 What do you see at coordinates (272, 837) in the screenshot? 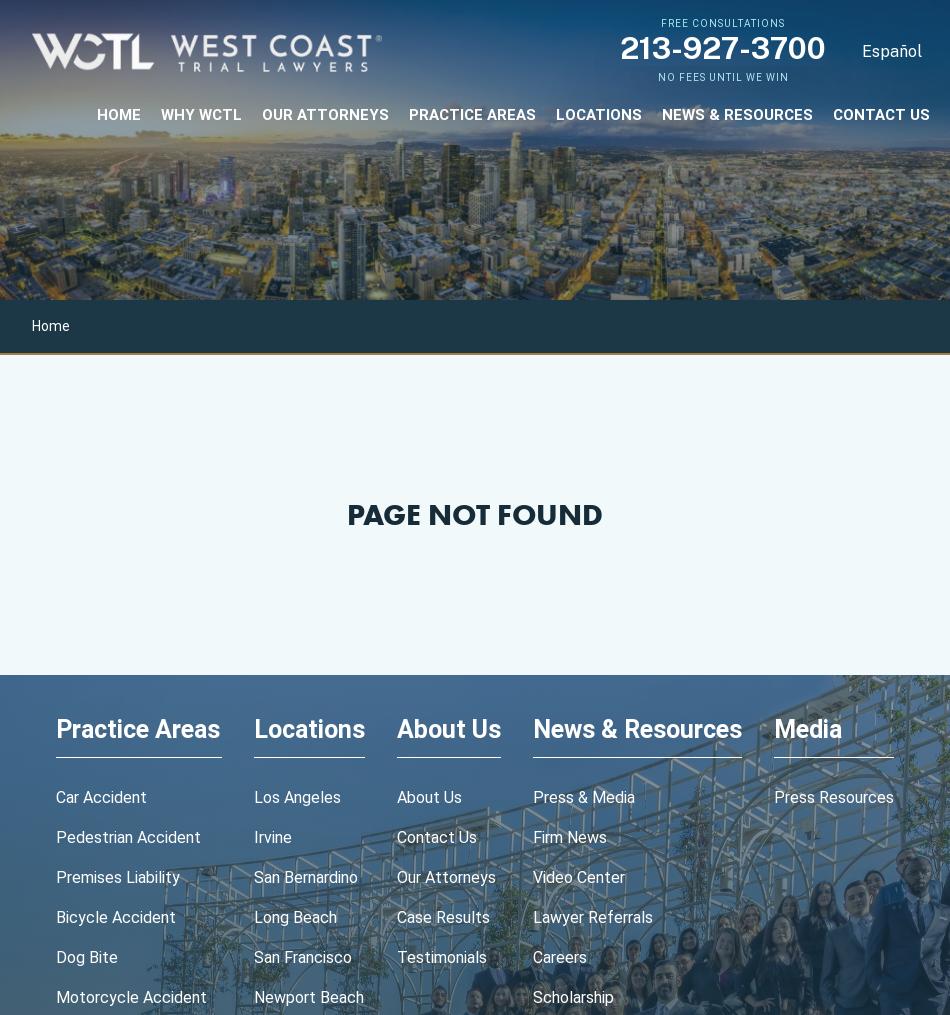
I see `'Irvine'` at bounding box center [272, 837].